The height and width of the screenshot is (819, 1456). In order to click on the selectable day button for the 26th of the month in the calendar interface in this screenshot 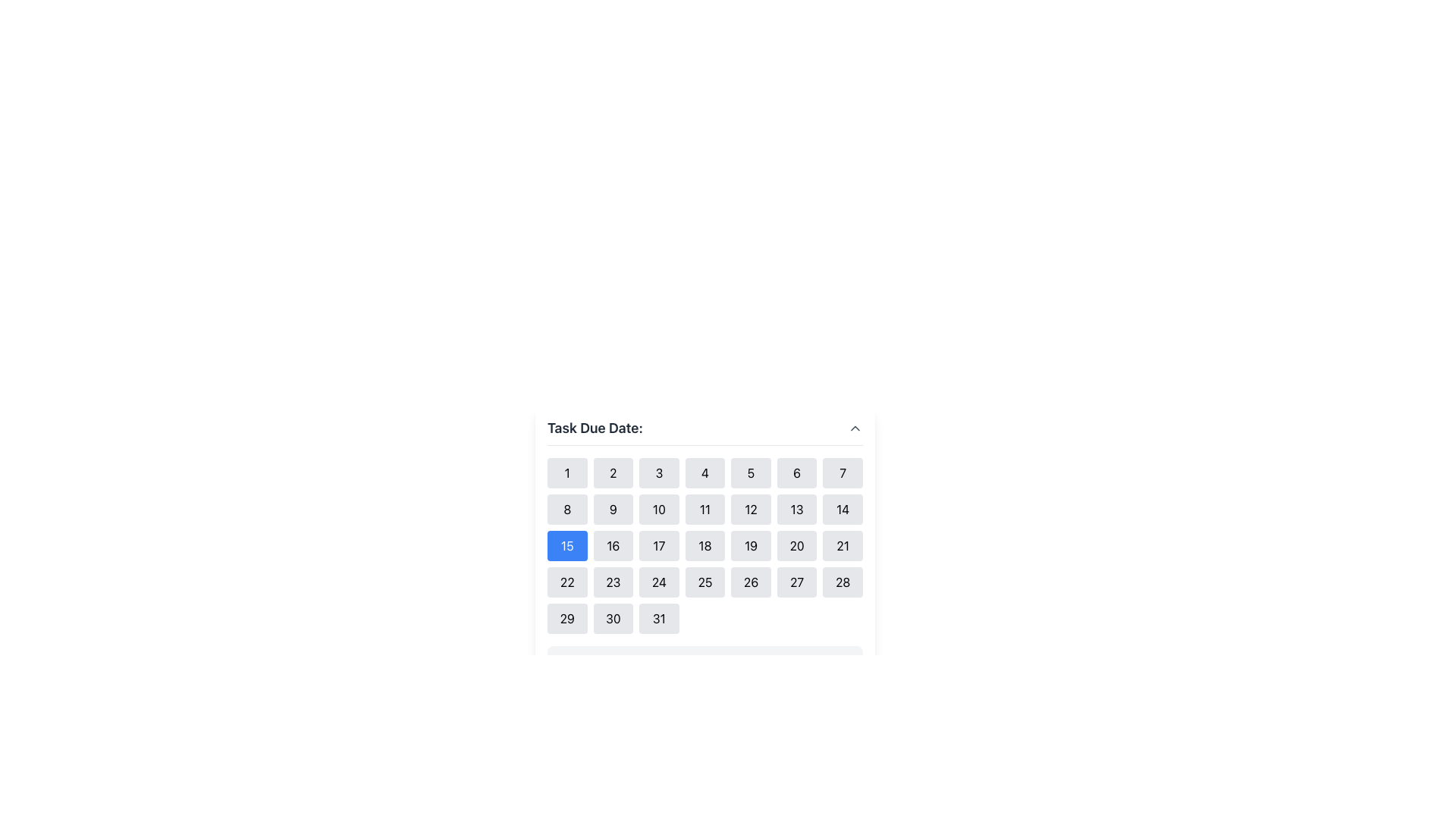, I will do `click(751, 581)`.